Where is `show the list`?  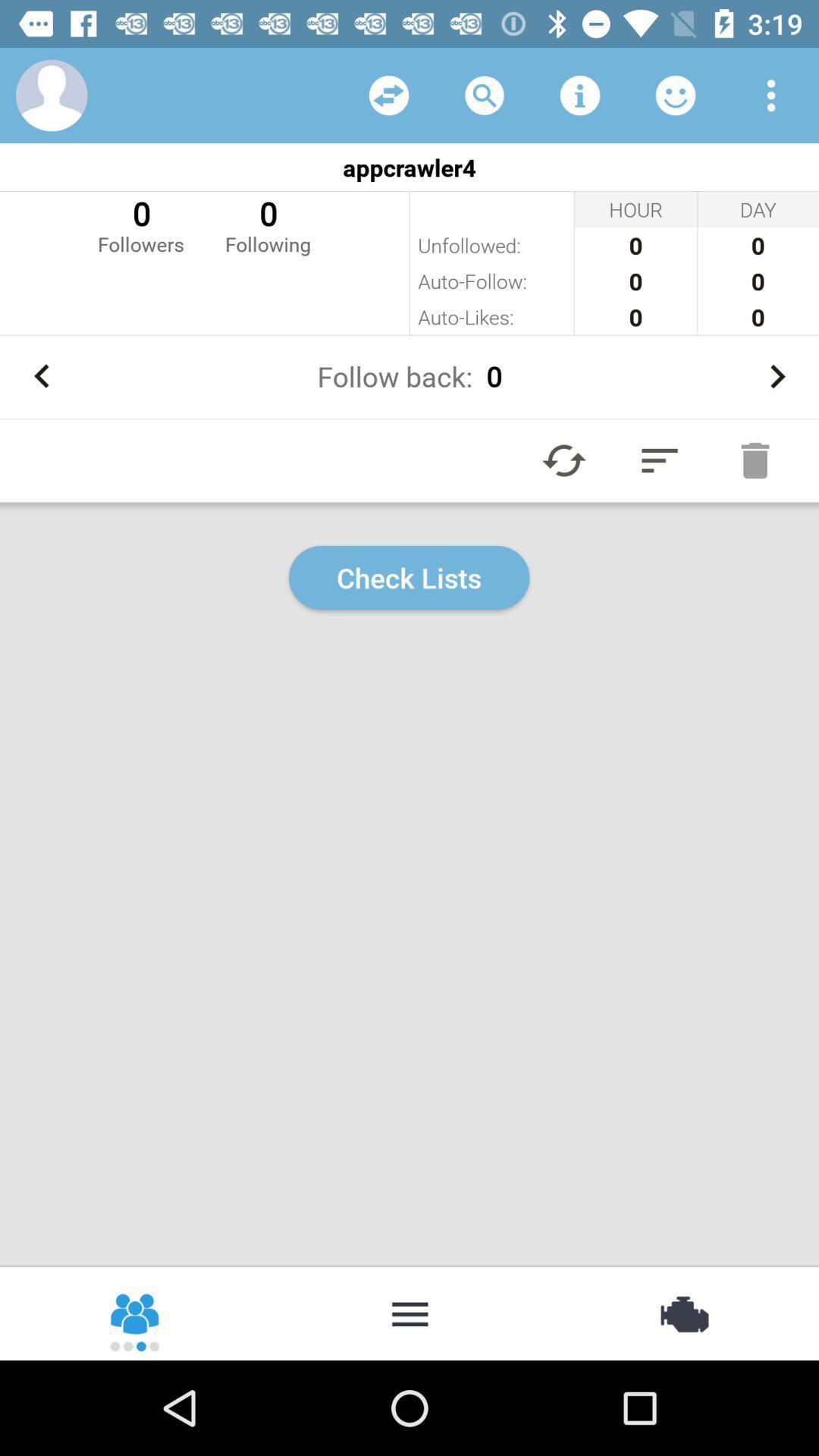
show the list is located at coordinates (409, 1312).